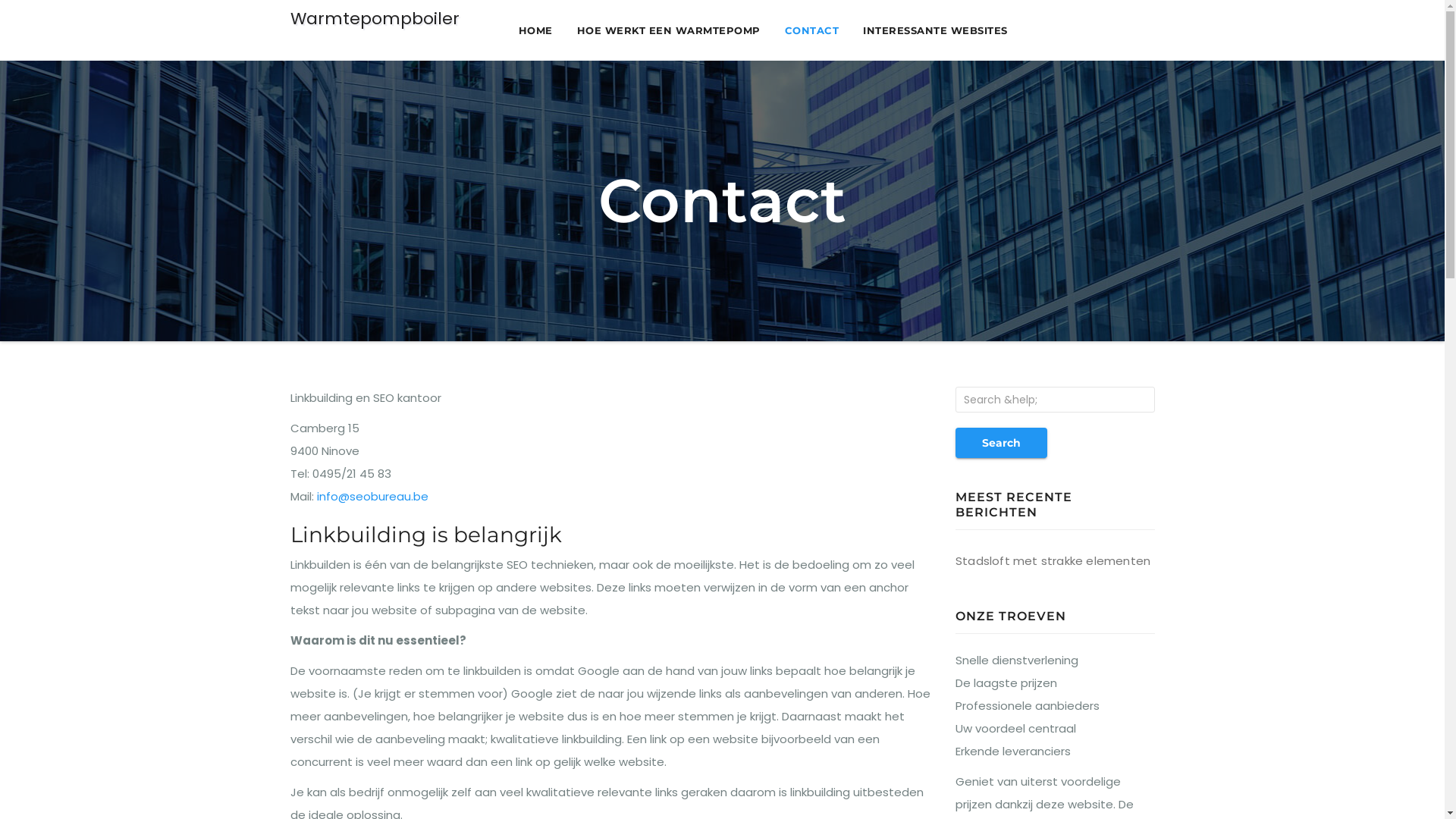 The width and height of the screenshot is (1456, 819). What do you see at coordinates (374, 18) in the screenshot?
I see `'Warmtepompboiler'` at bounding box center [374, 18].